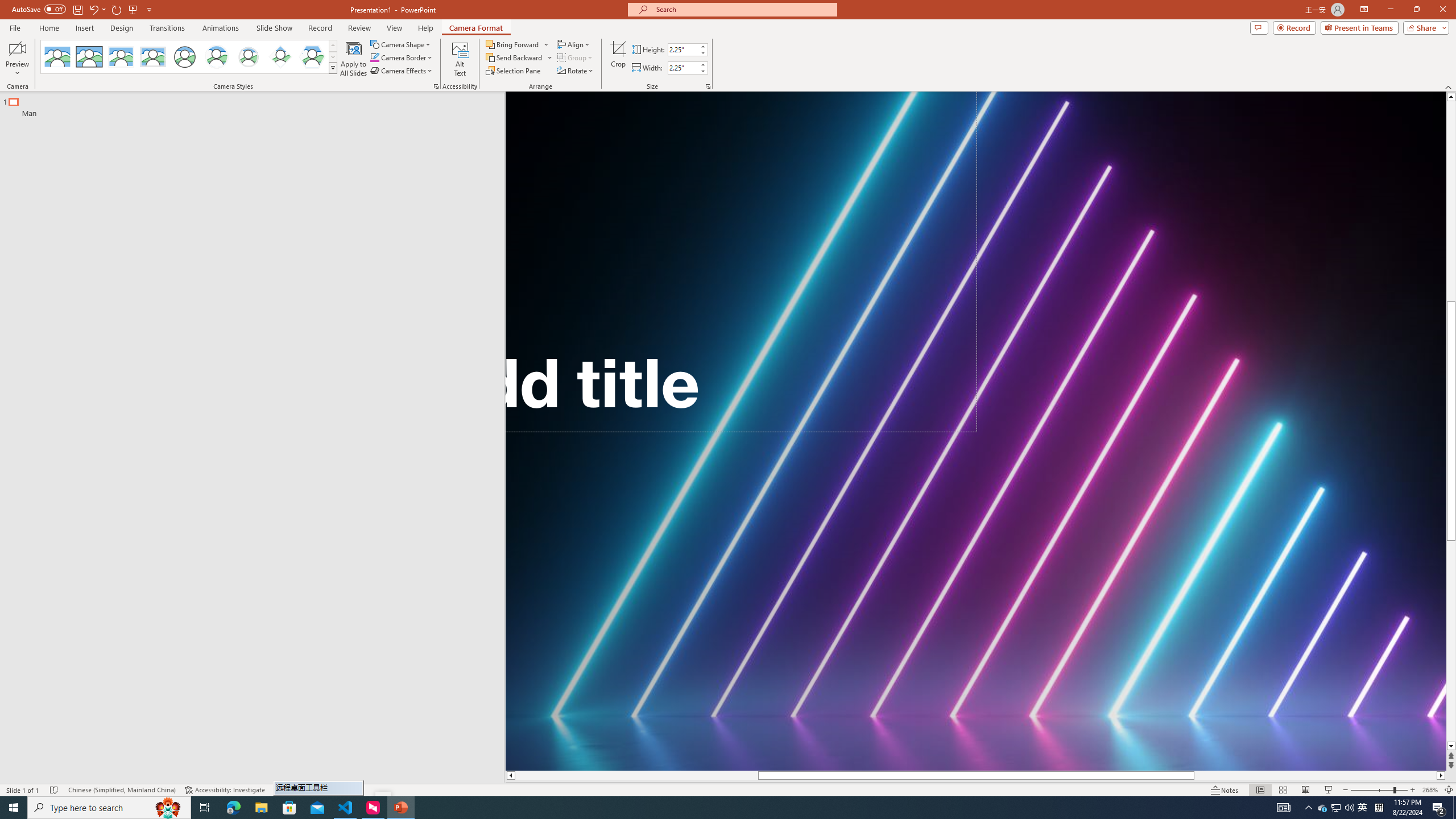 The height and width of the screenshot is (819, 1456). What do you see at coordinates (312, 56) in the screenshot?
I see `'Center Shadow Hexagon'` at bounding box center [312, 56].